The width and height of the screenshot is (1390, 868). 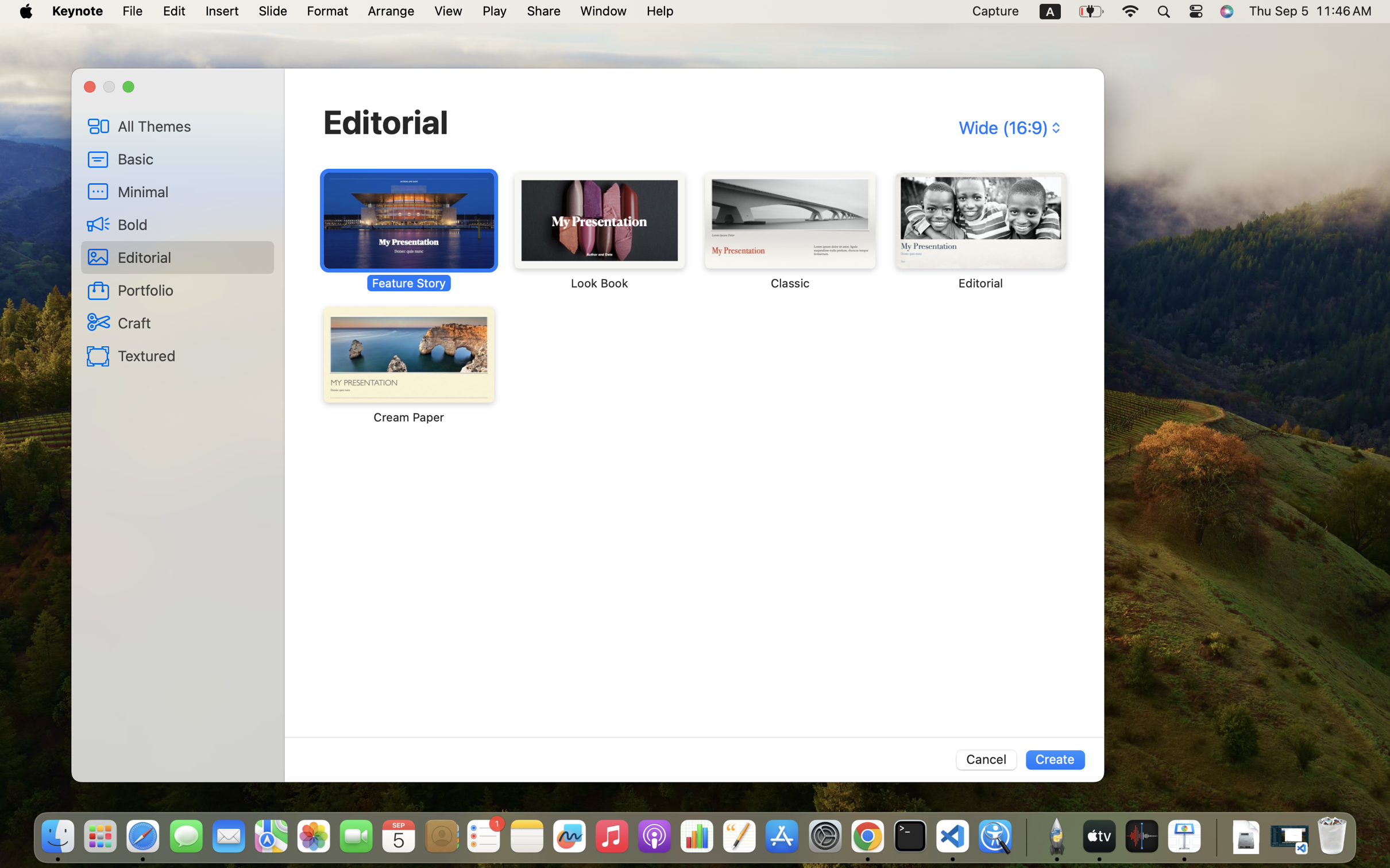 I want to click on 'Minimal', so click(x=192, y=191).